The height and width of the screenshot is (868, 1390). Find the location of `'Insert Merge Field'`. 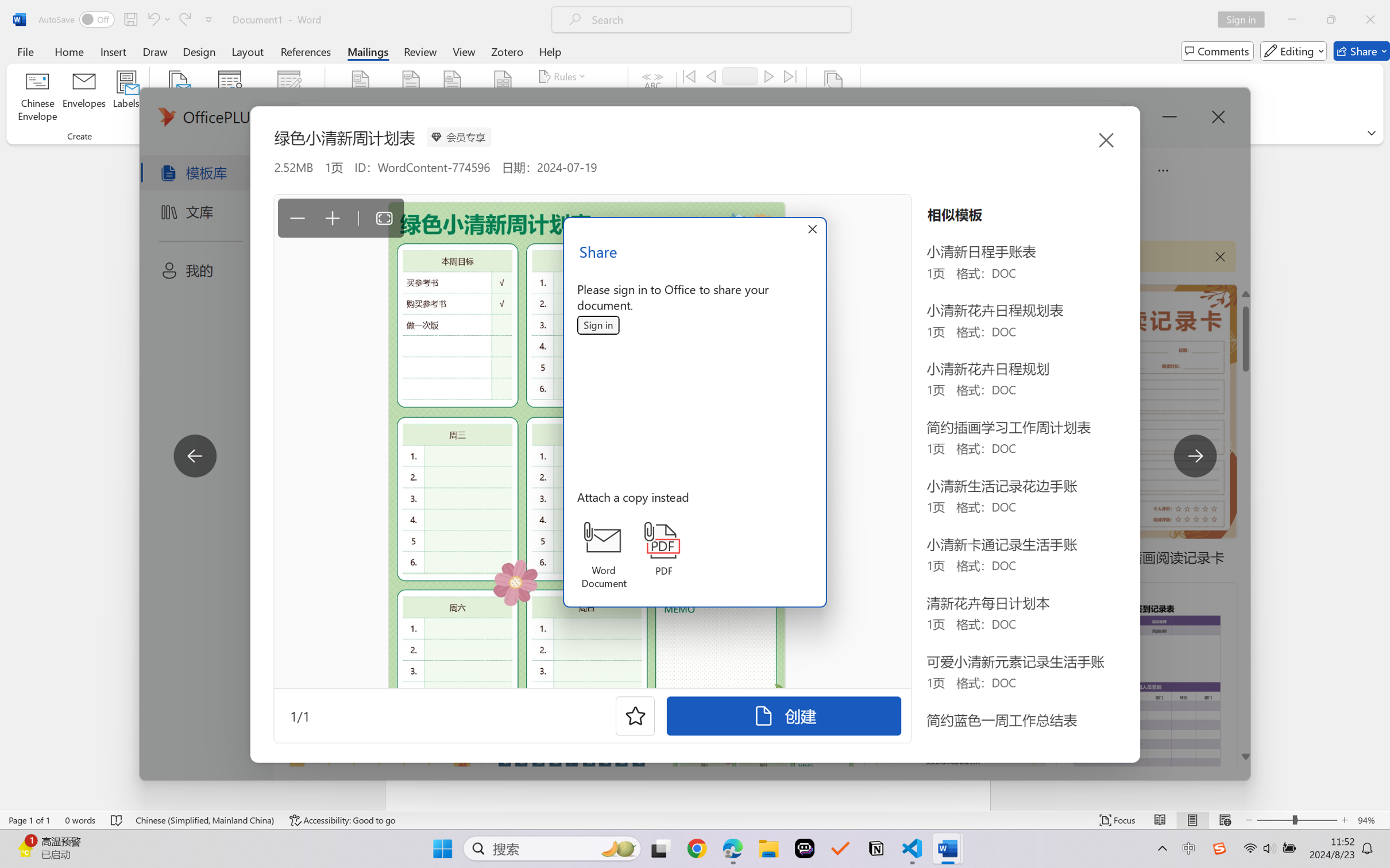

'Insert Merge Field' is located at coordinates (503, 98).